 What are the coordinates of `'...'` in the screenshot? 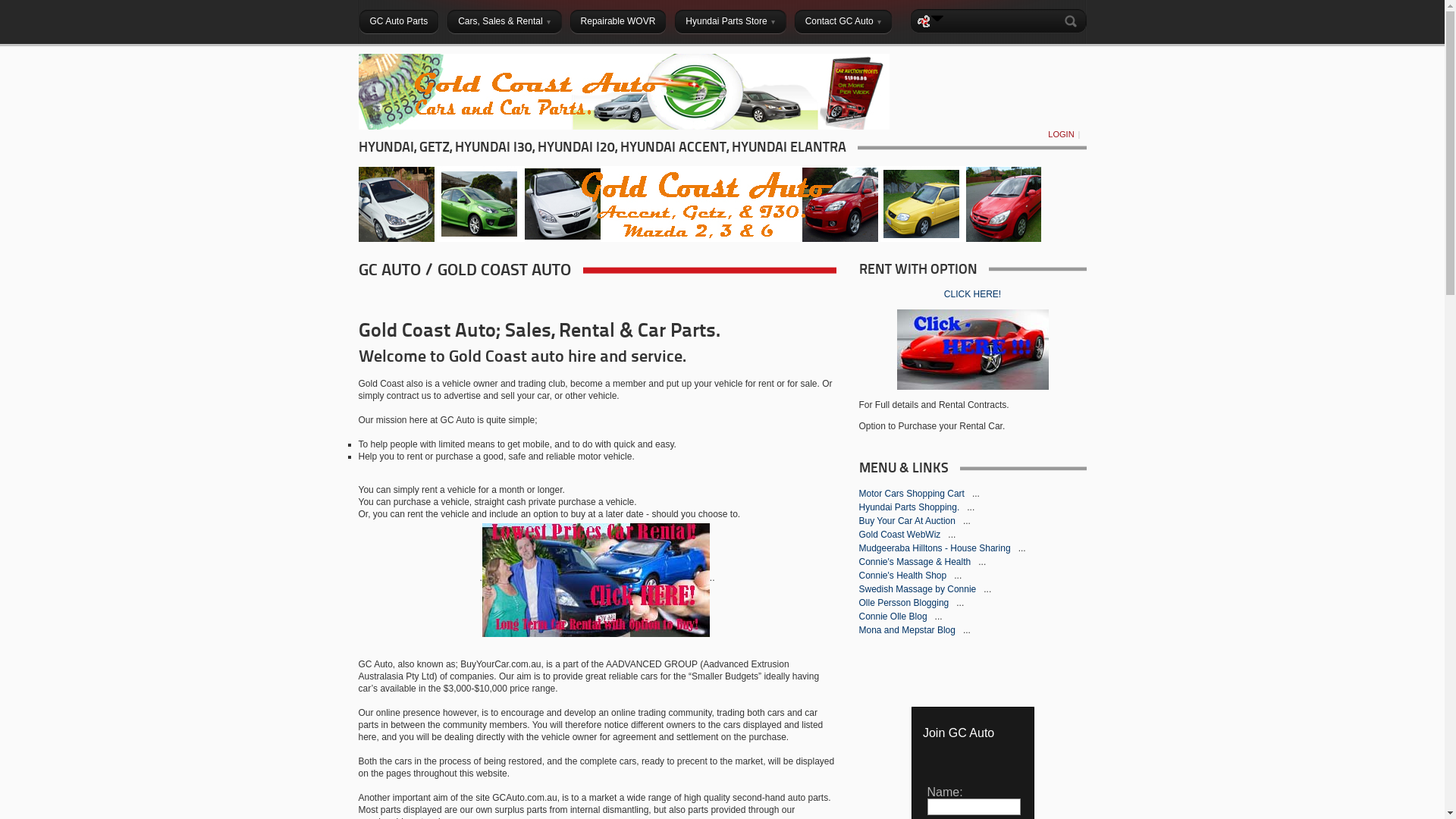 It's located at (956, 576).